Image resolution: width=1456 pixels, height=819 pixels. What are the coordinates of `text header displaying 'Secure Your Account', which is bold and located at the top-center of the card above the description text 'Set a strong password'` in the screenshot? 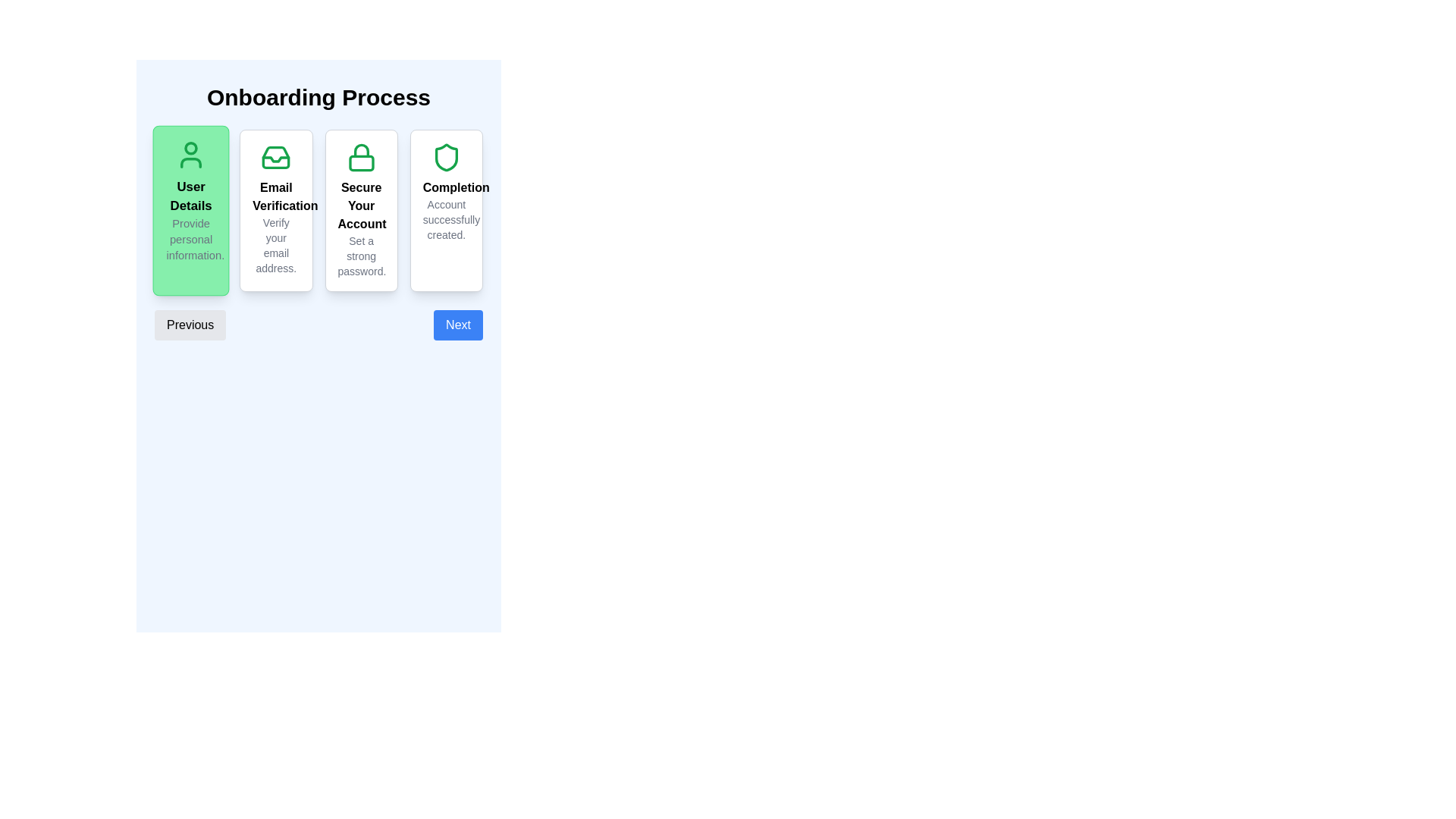 It's located at (360, 206).